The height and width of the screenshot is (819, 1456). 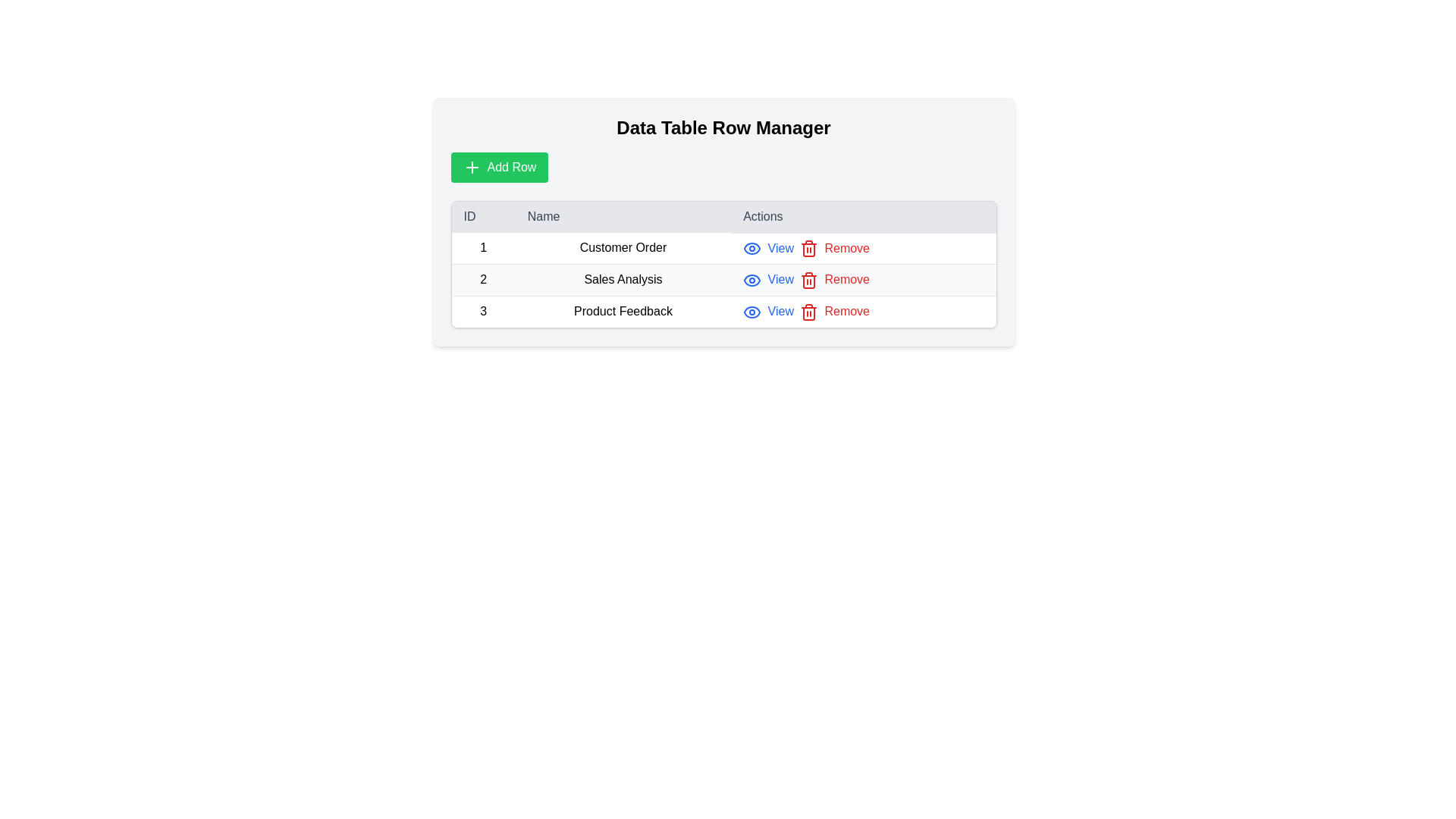 I want to click on the 'Remove' button located in the 'Actions' column of the third row of the table, so click(x=833, y=311).